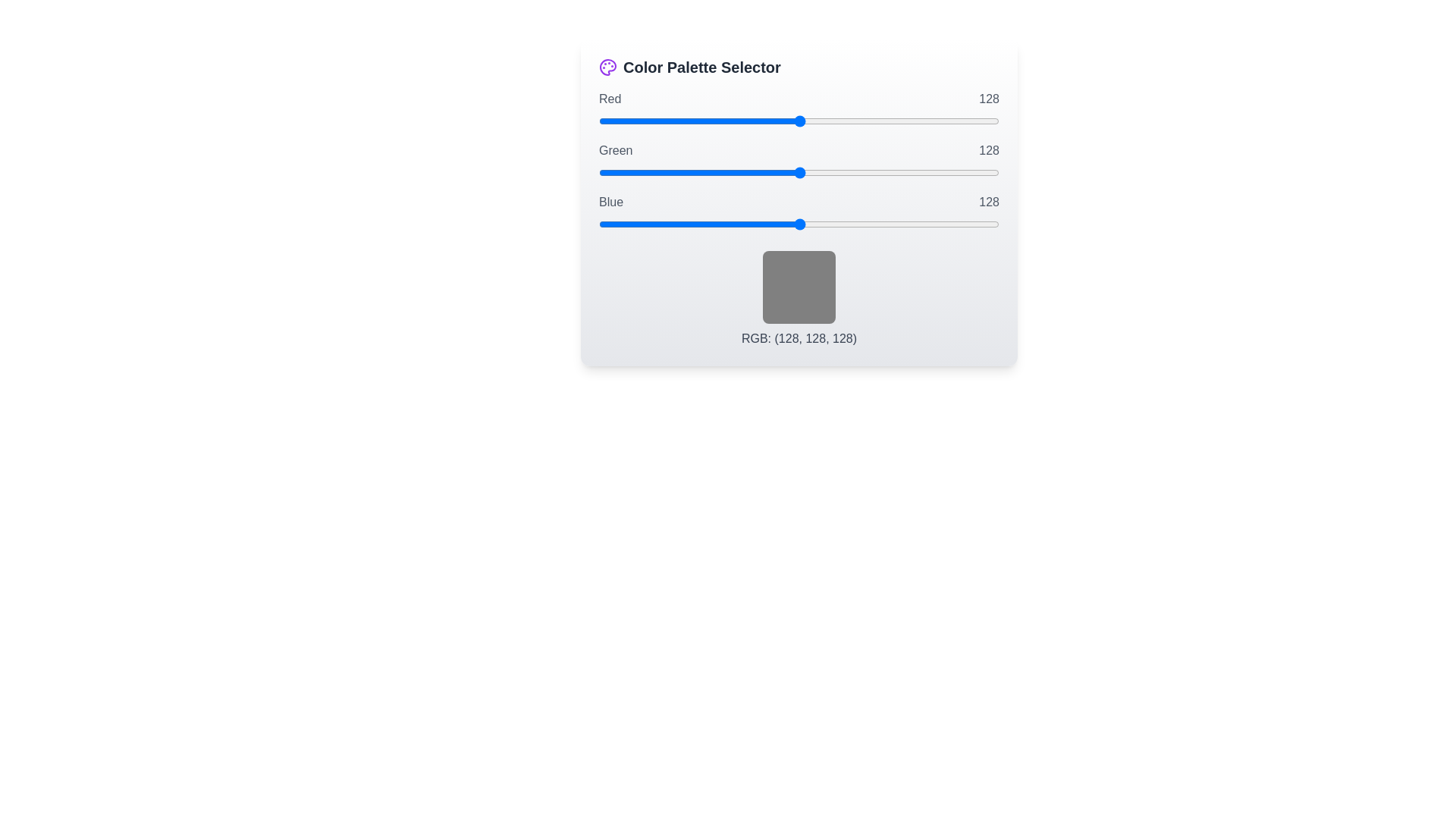 This screenshot has height=819, width=1456. What do you see at coordinates (639, 224) in the screenshot?
I see `the blue slider to set its value to 26` at bounding box center [639, 224].